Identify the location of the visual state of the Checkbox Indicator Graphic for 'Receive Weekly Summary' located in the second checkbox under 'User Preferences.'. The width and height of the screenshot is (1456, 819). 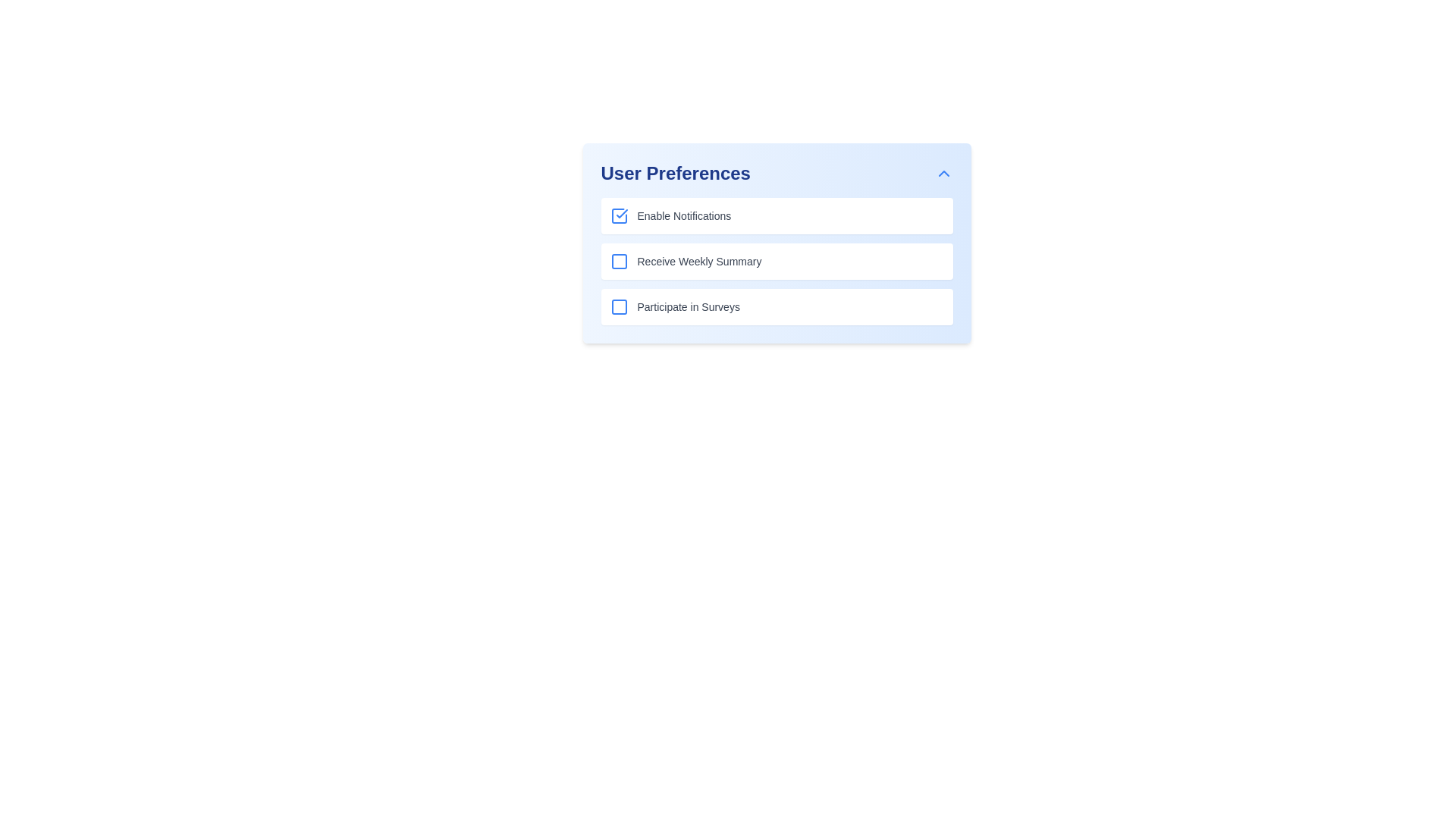
(619, 260).